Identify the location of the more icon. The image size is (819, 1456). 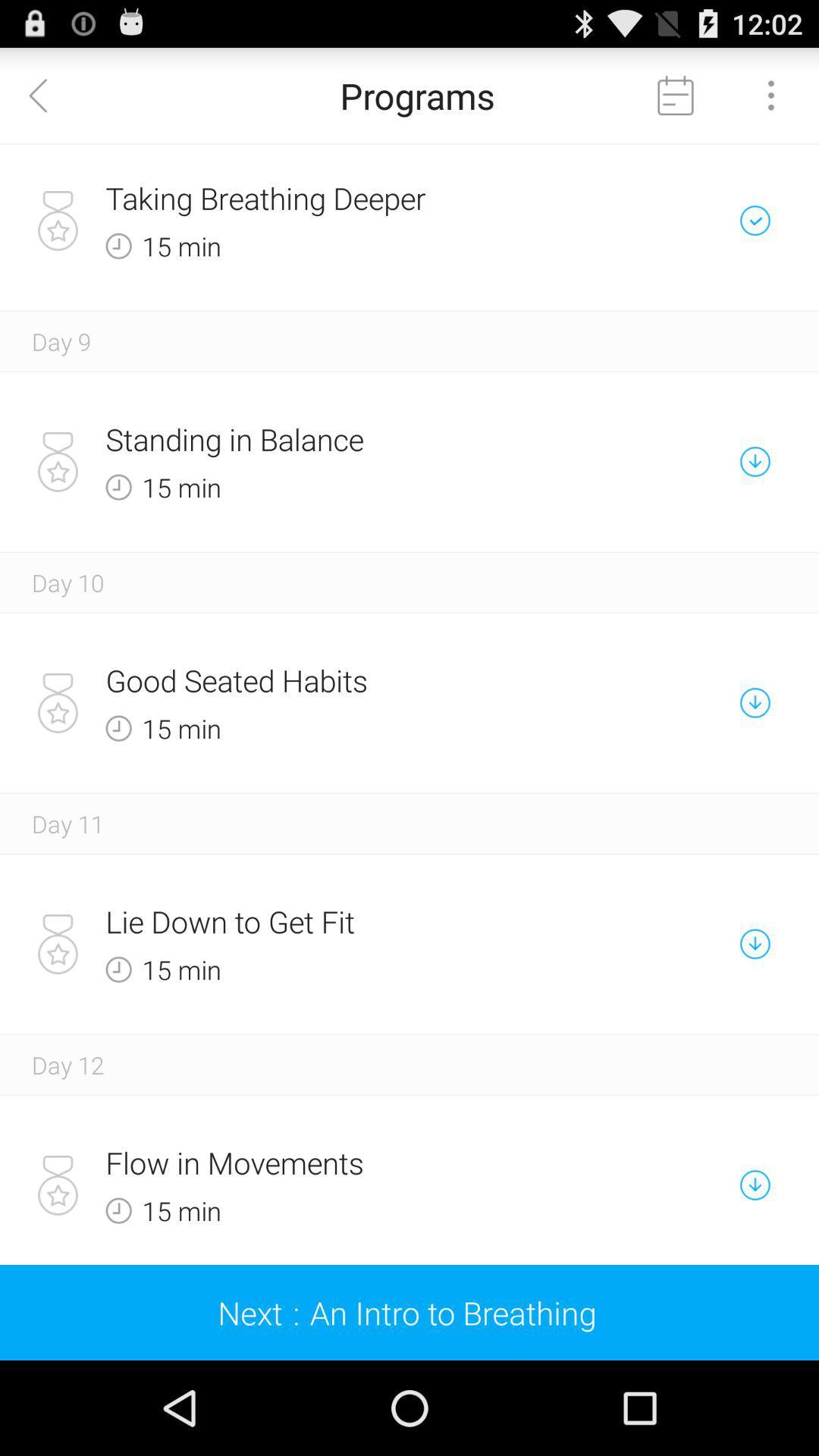
(771, 101).